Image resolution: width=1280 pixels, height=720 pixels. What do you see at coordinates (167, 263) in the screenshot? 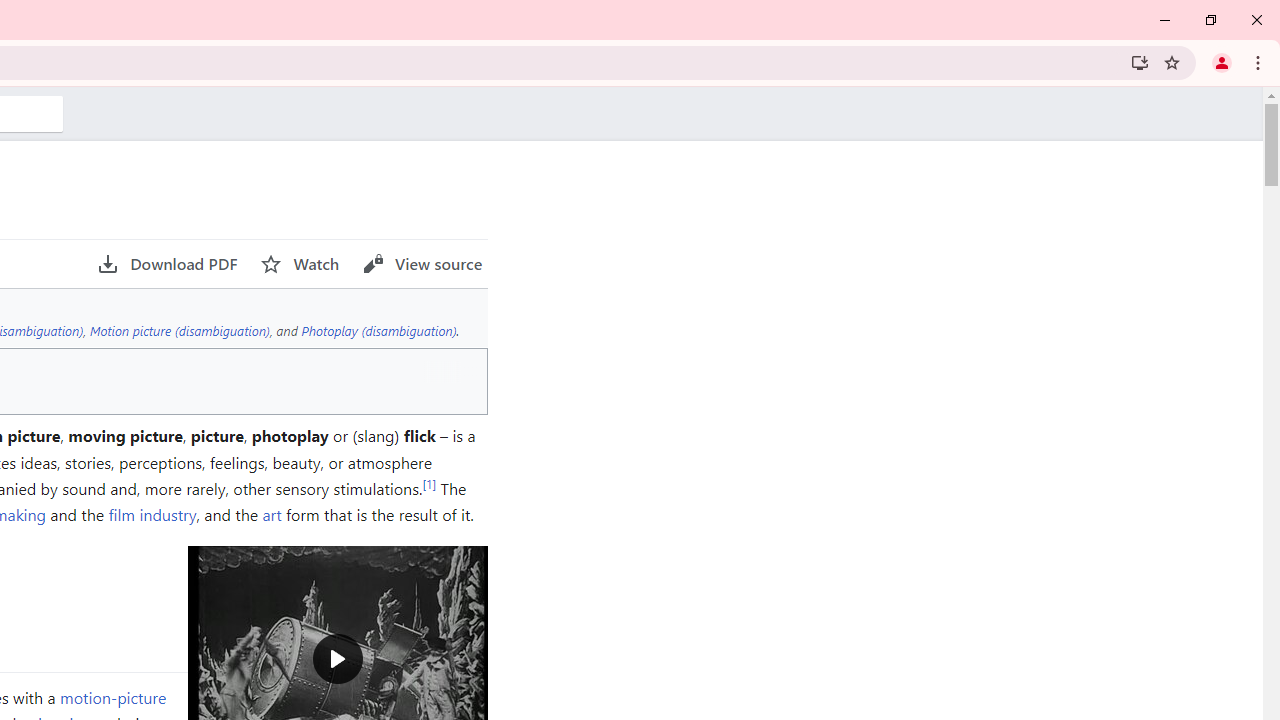
I see `'Download PDF'` at bounding box center [167, 263].